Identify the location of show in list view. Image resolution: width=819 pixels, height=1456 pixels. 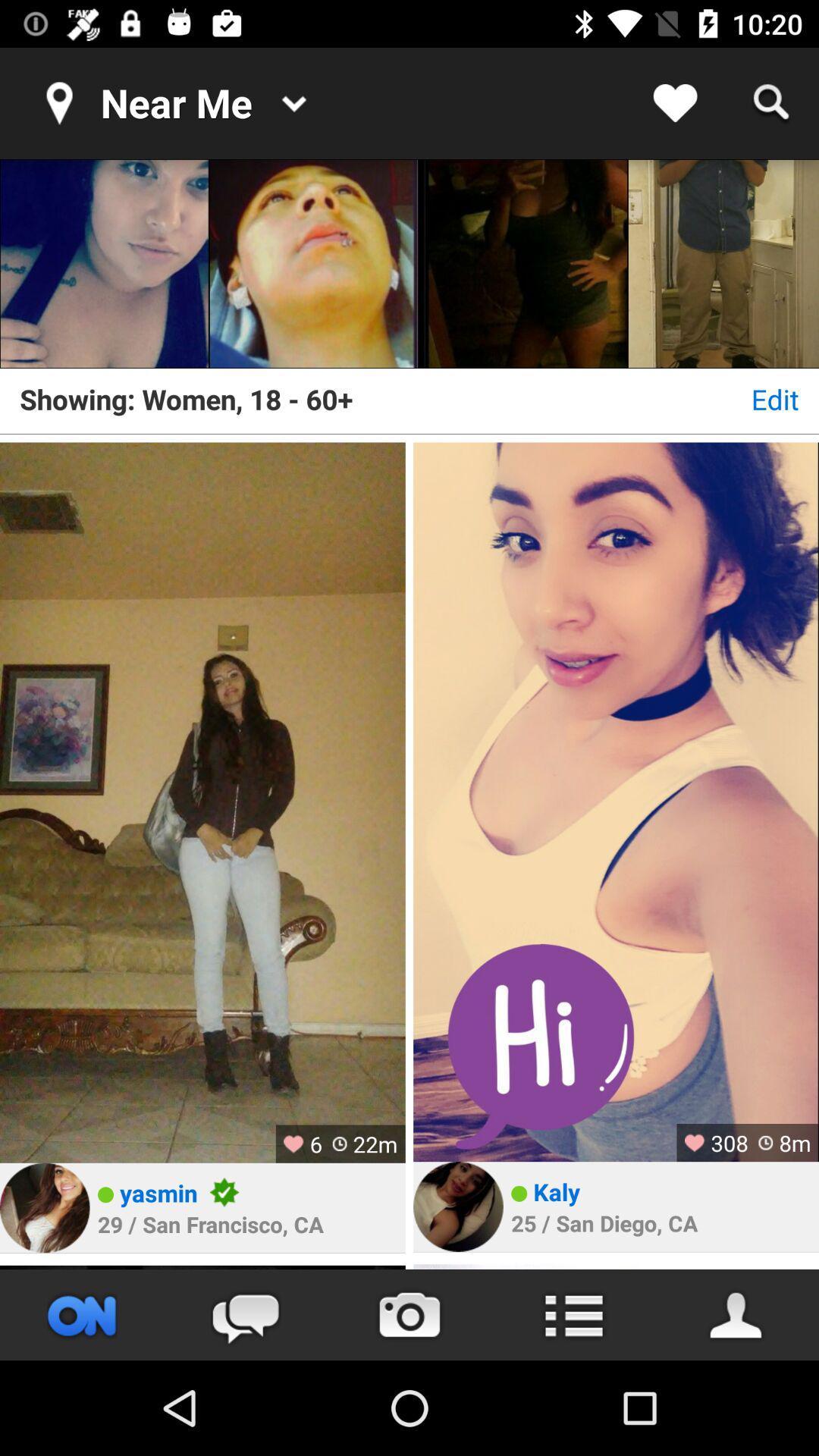
(573, 1314).